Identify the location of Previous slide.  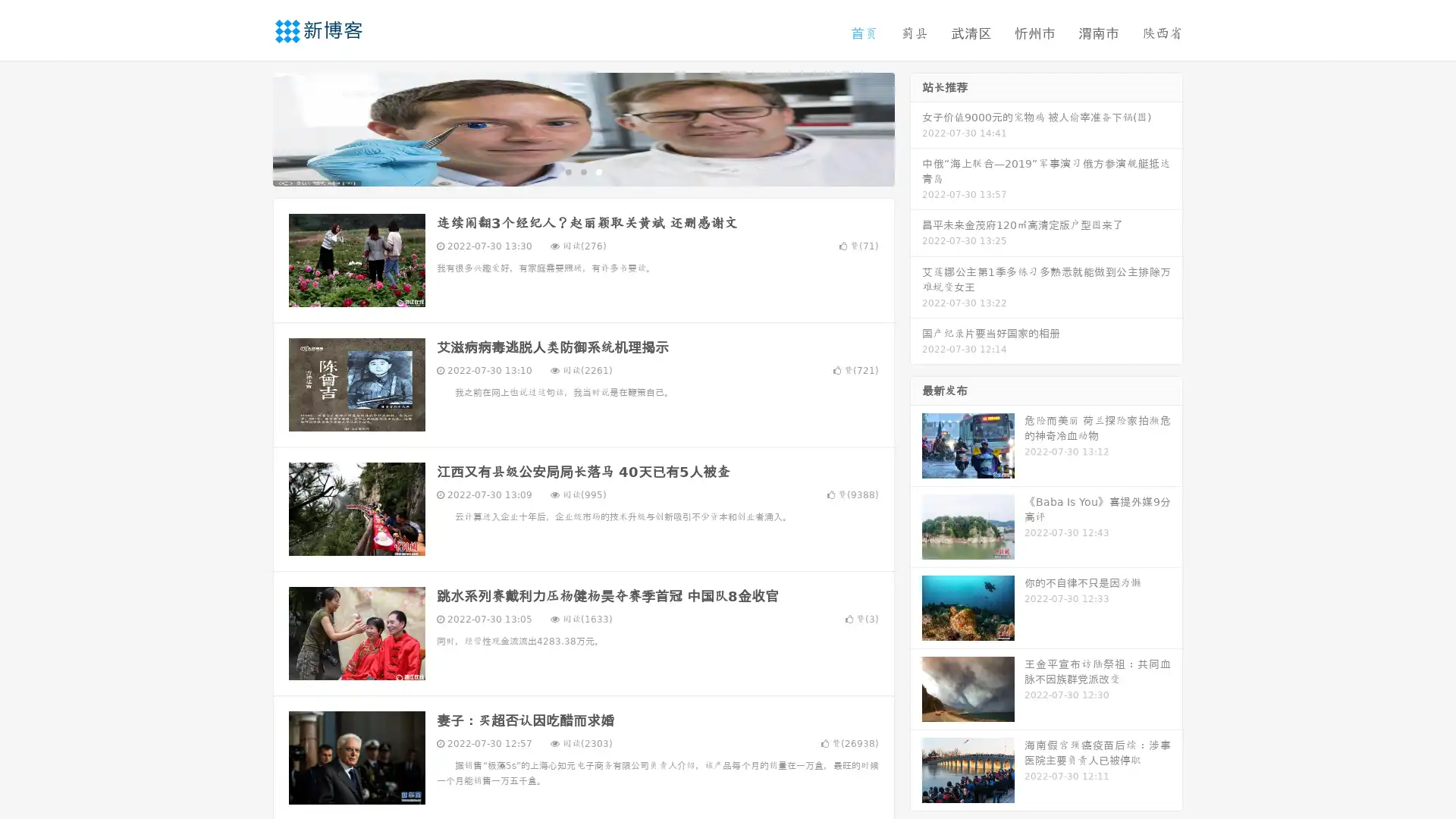
(250, 127).